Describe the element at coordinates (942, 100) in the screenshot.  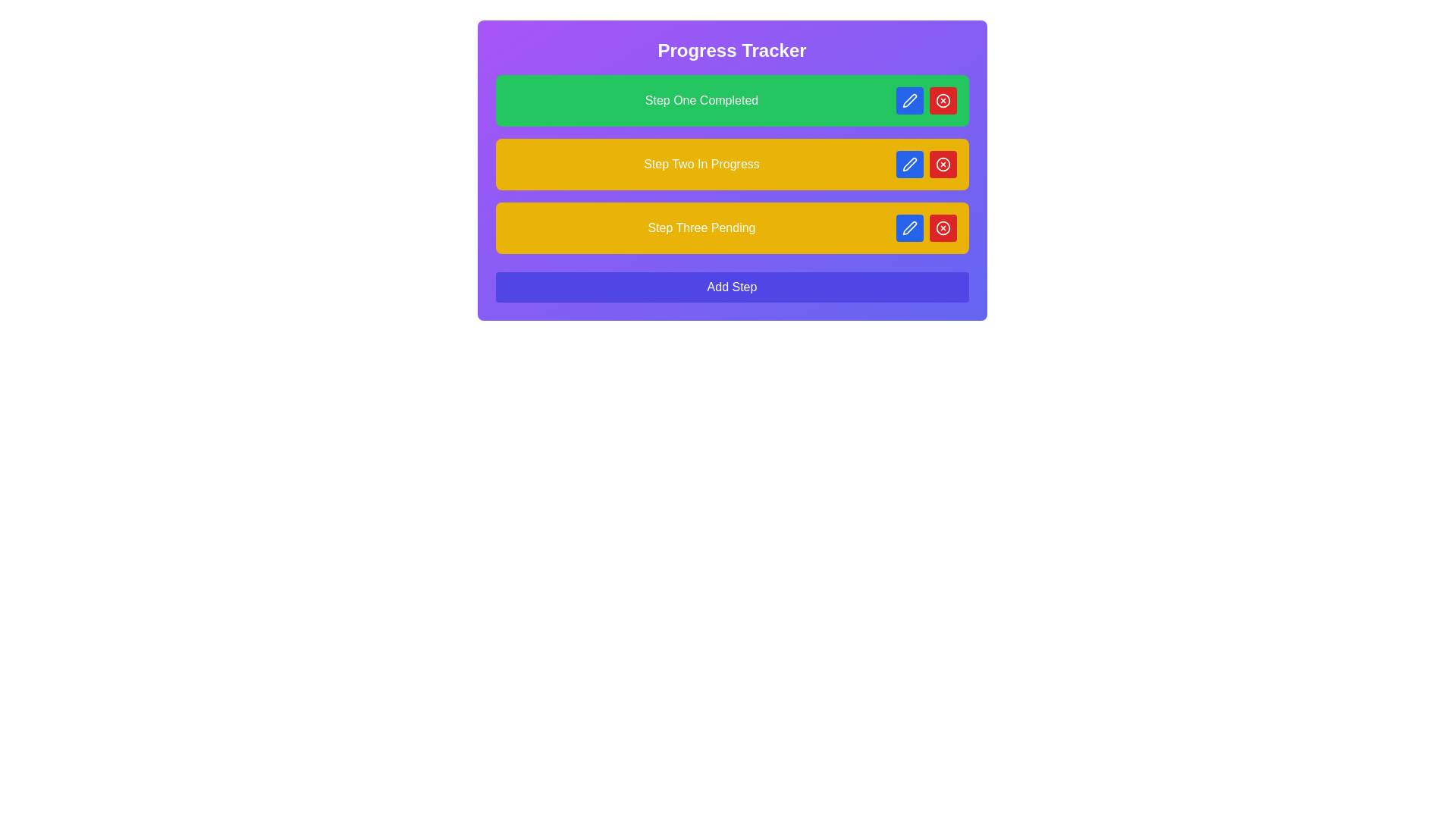
I see `the circular red icon indicating 'Step One Completed' in the progress tracker interface` at that location.